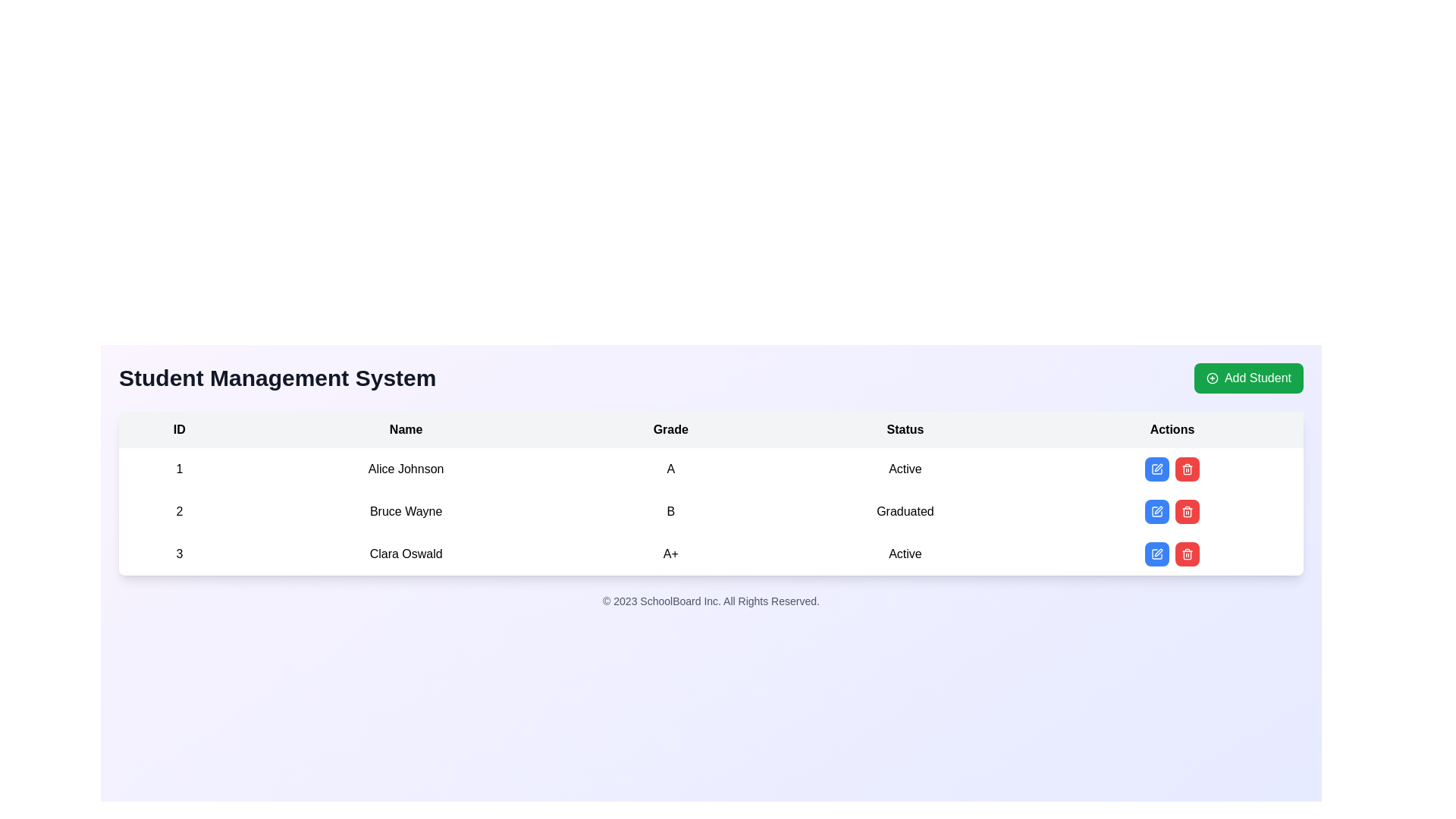 This screenshot has height=819, width=1456. I want to click on the static text element displaying 'Graduated' in the 'Status' column of the table, so click(905, 512).